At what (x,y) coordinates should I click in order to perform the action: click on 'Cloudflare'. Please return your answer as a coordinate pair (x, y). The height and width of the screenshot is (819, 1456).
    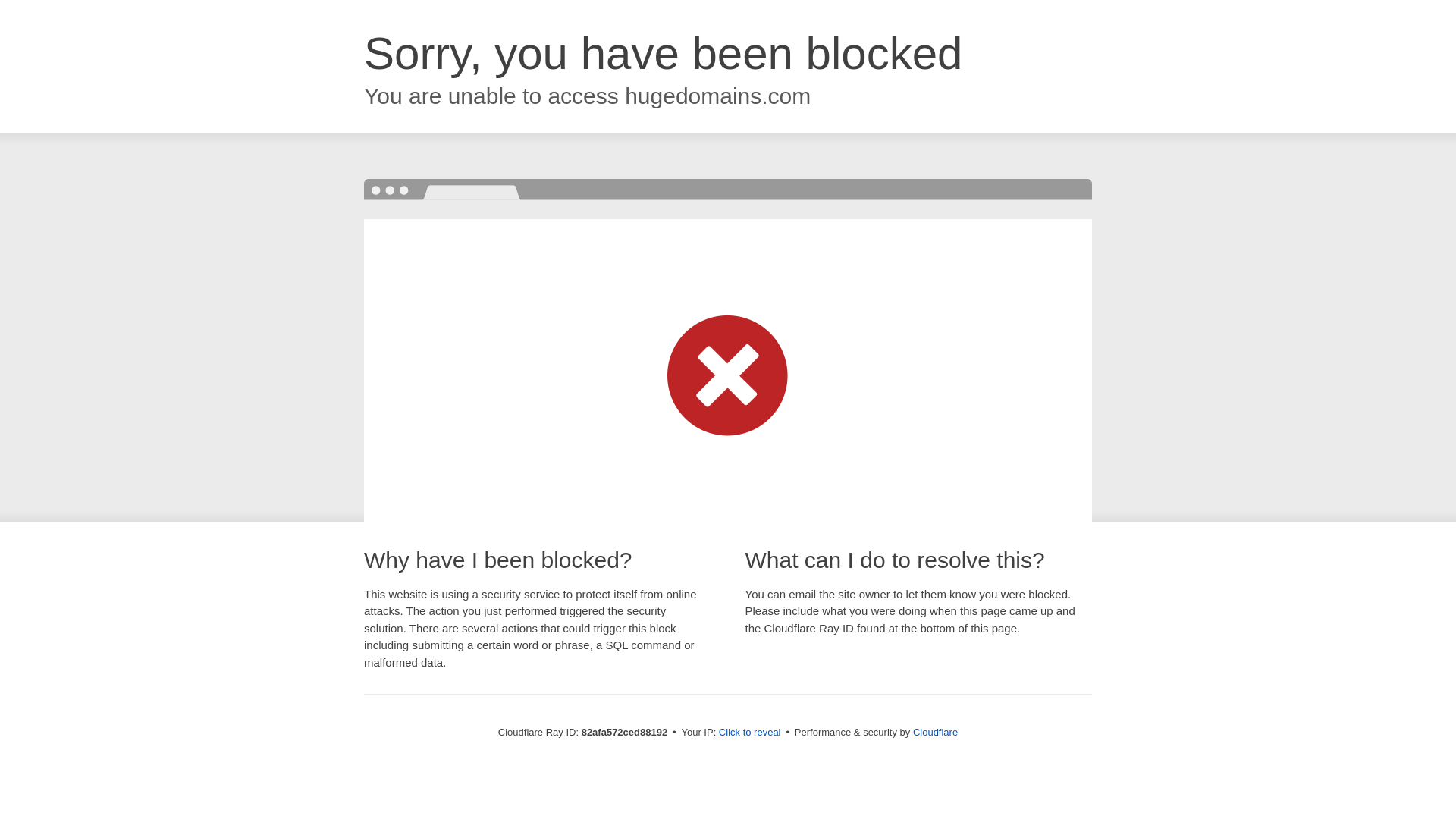
    Looking at the image, I should click on (934, 731).